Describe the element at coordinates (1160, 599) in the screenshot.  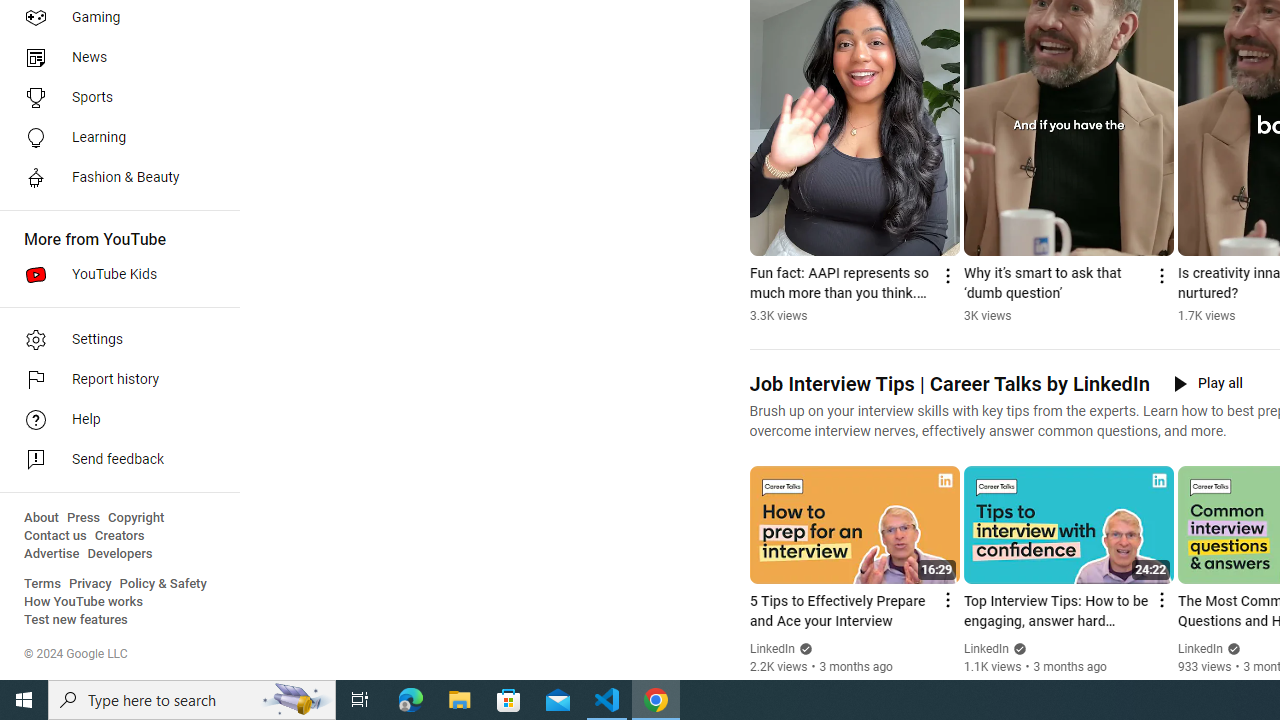
I see `'Action menu'` at that location.